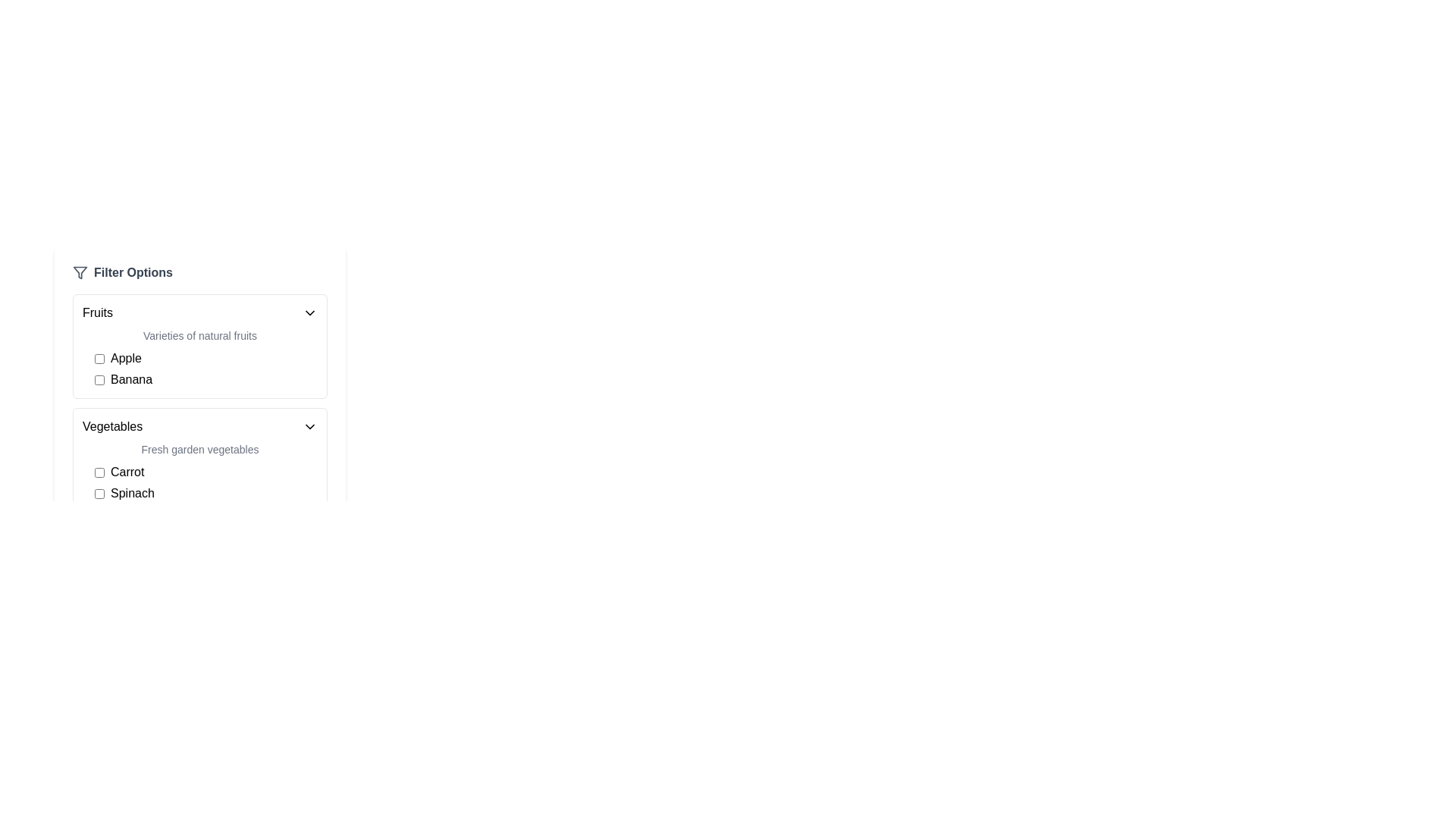 The width and height of the screenshot is (1456, 819). Describe the element at coordinates (126, 359) in the screenshot. I see `the 'Apple' label, which is a textual identifier for a checkbox in the 'Fruits' category, positioned beside a multi-state checkbox` at that location.